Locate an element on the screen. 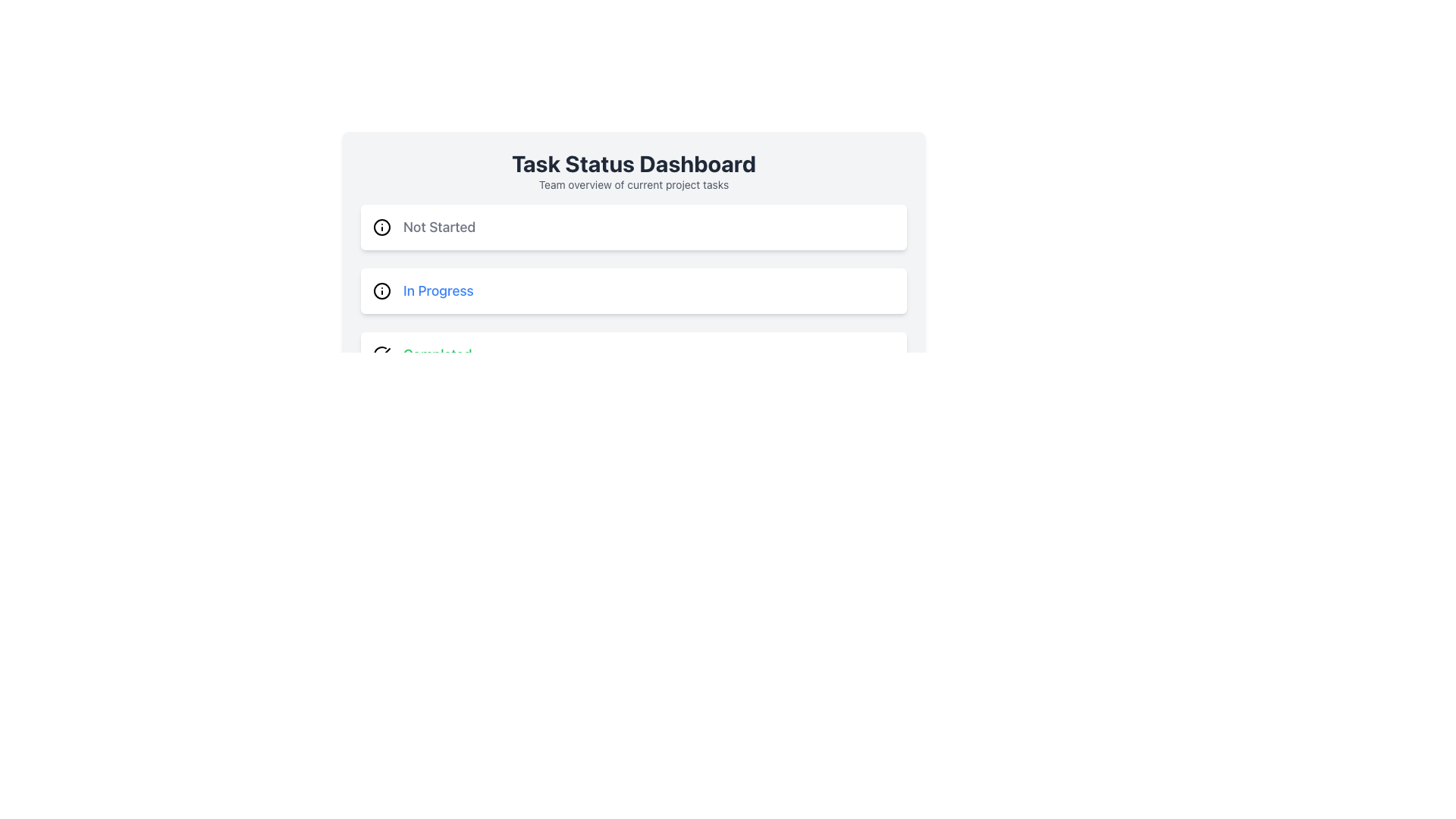  the icon that symbolizes a canceled or removed state, located adjacent to the 'Cancelled' label is located at coordinates (382, 482).